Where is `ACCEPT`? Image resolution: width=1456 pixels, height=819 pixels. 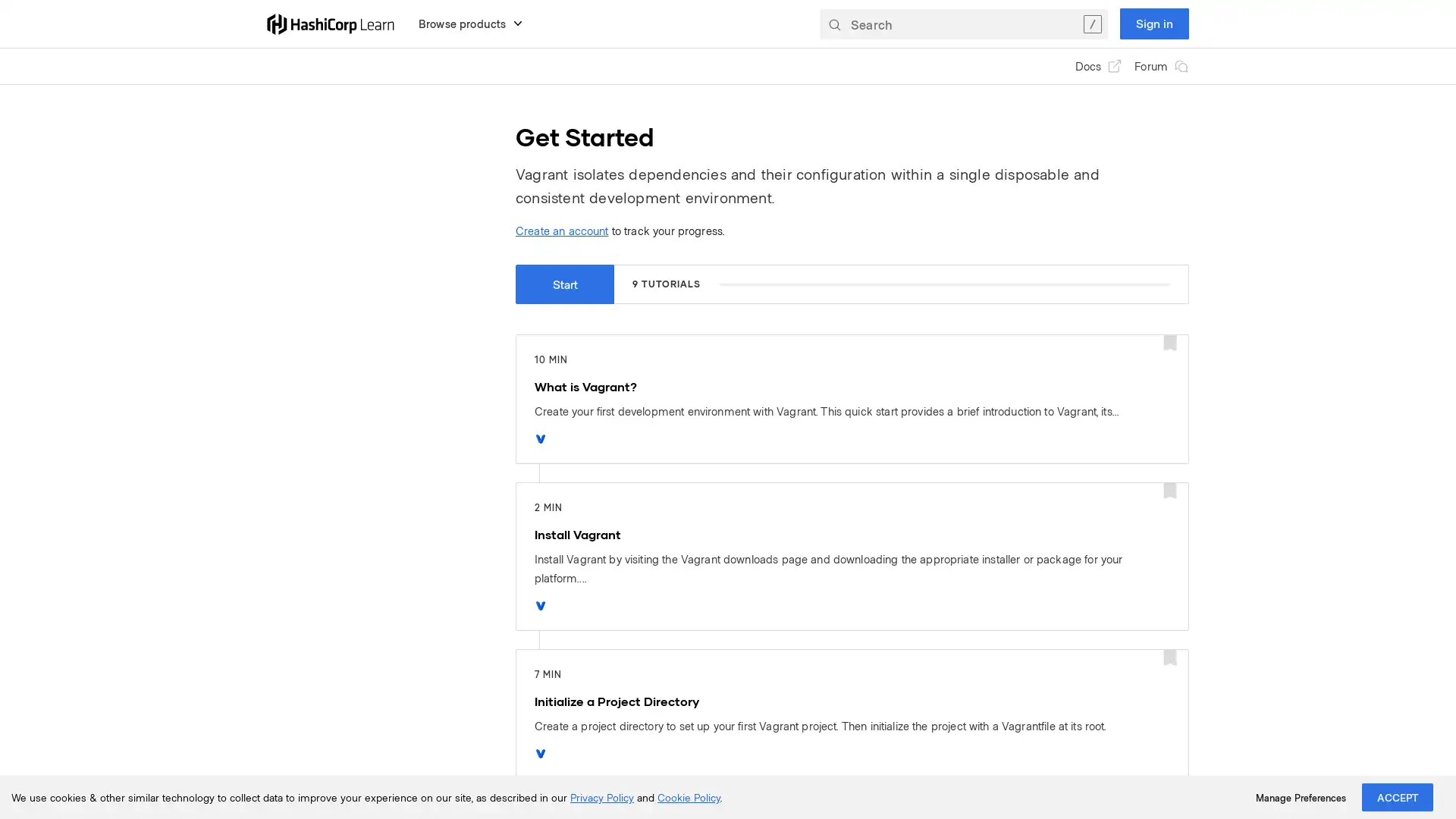
ACCEPT is located at coordinates (1397, 796).